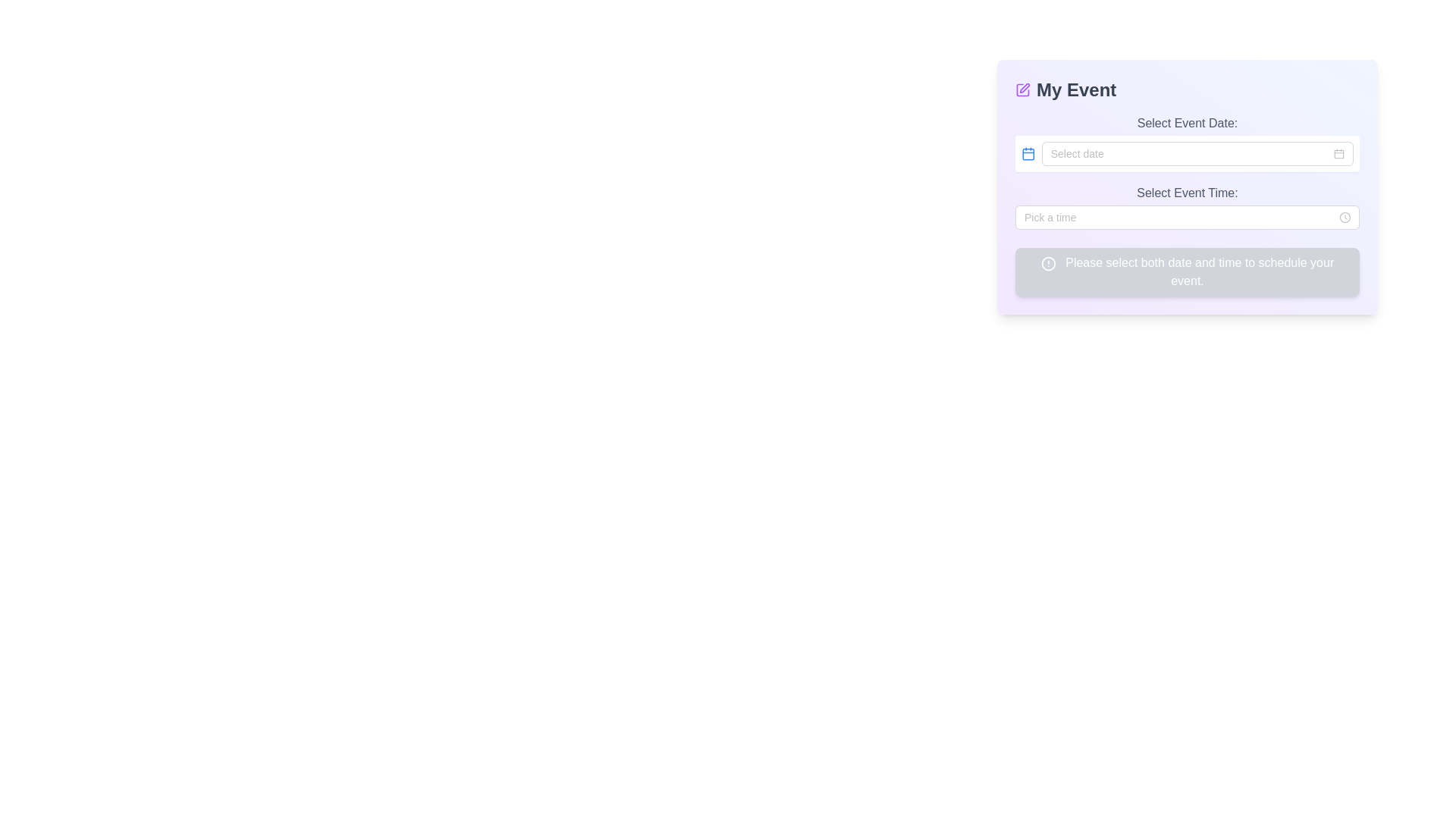  Describe the element at coordinates (1028, 154) in the screenshot. I see `the calendar icon with a blue outline and white background, located to the left of the 'Select date' input field` at that location.